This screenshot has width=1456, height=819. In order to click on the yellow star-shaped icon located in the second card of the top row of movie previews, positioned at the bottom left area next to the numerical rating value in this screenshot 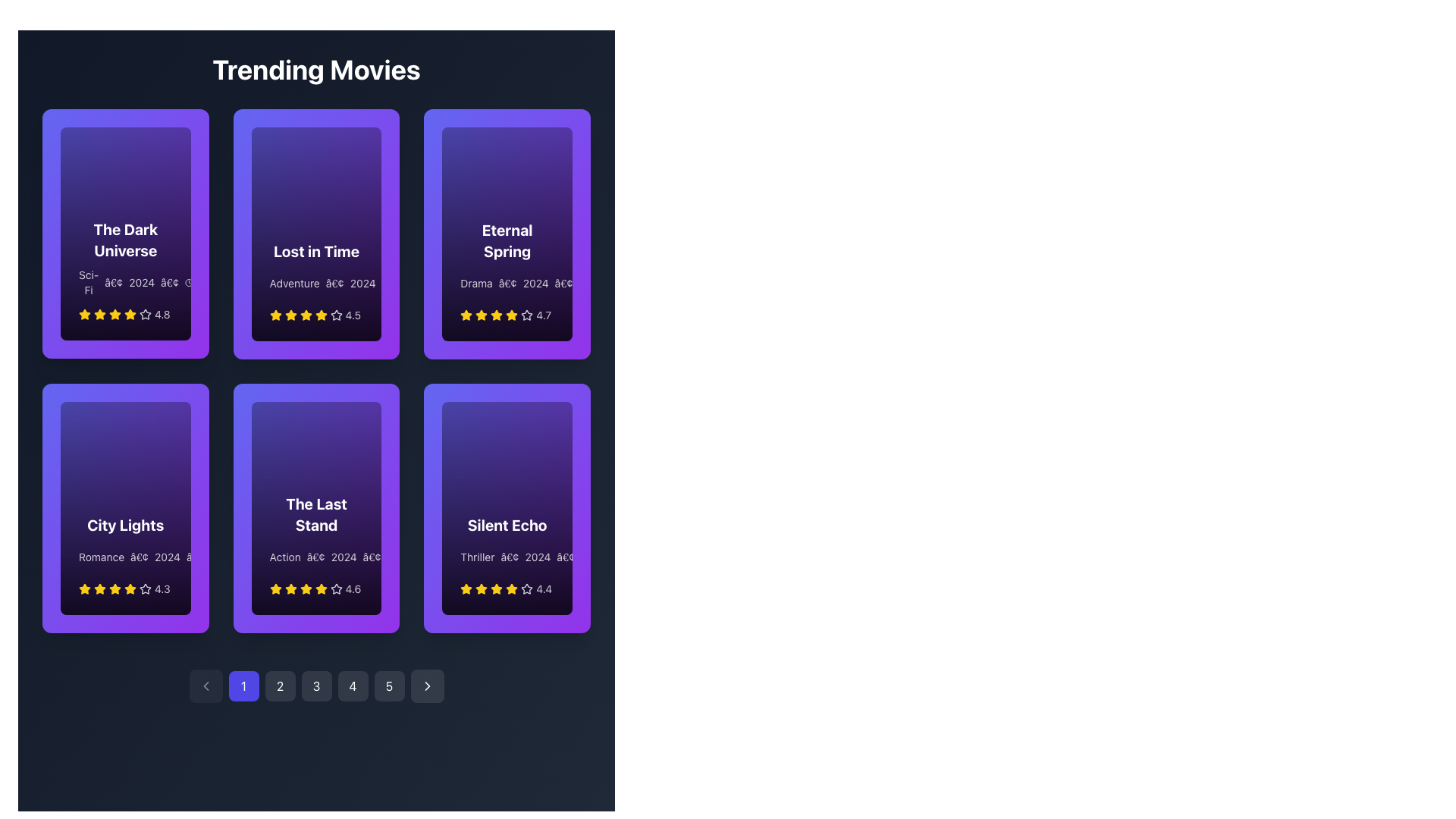, I will do `click(275, 314)`.